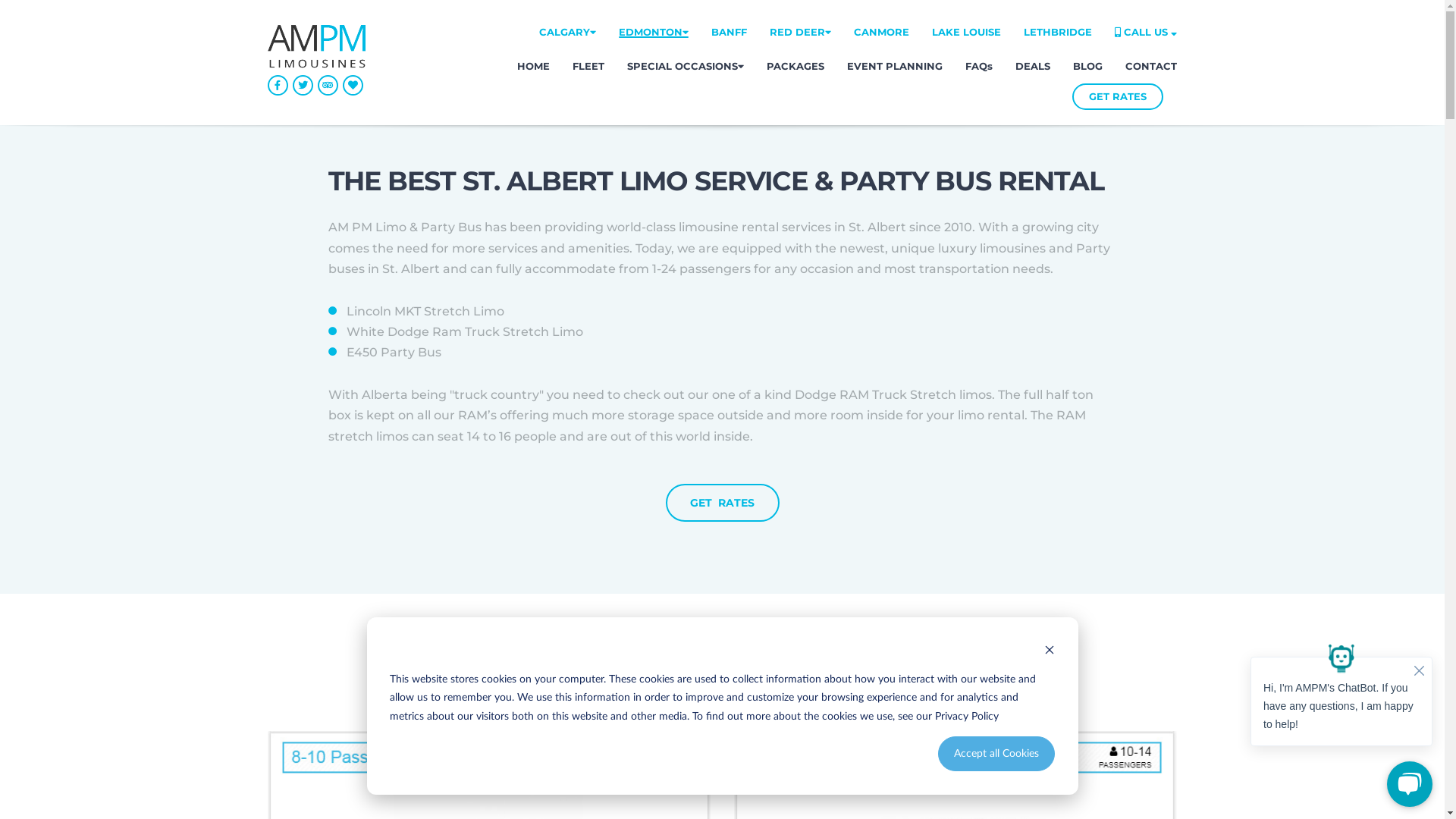 This screenshot has width=1456, height=819. Describe the element at coordinates (769, 32) in the screenshot. I see `'RED DEER'` at that location.